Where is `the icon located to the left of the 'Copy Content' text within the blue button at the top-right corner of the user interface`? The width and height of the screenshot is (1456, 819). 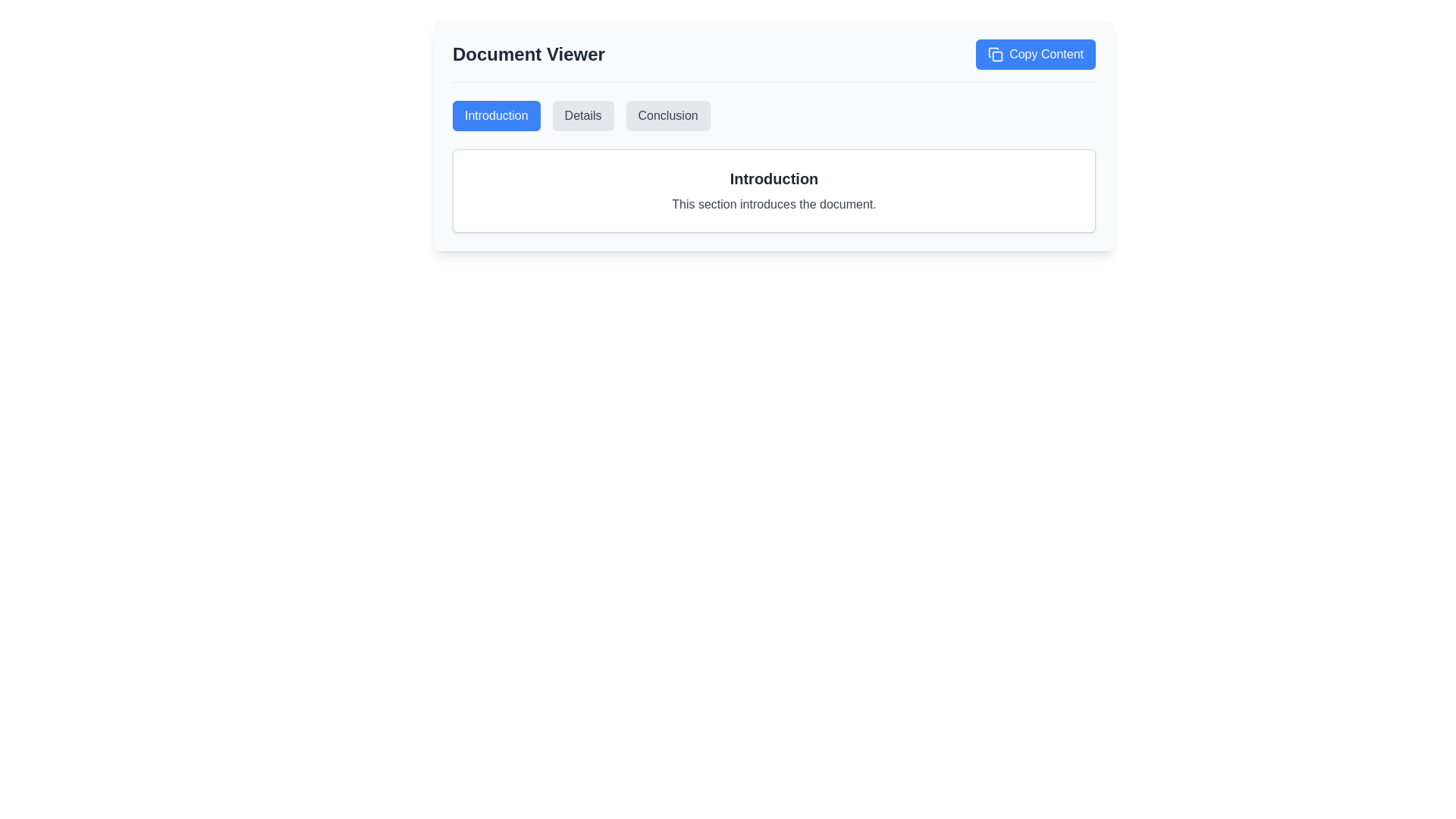 the icon located to the left of the 'Copy Content' text within the blue button at the top-right corner of the user interface is located at coordinates (996, 54).